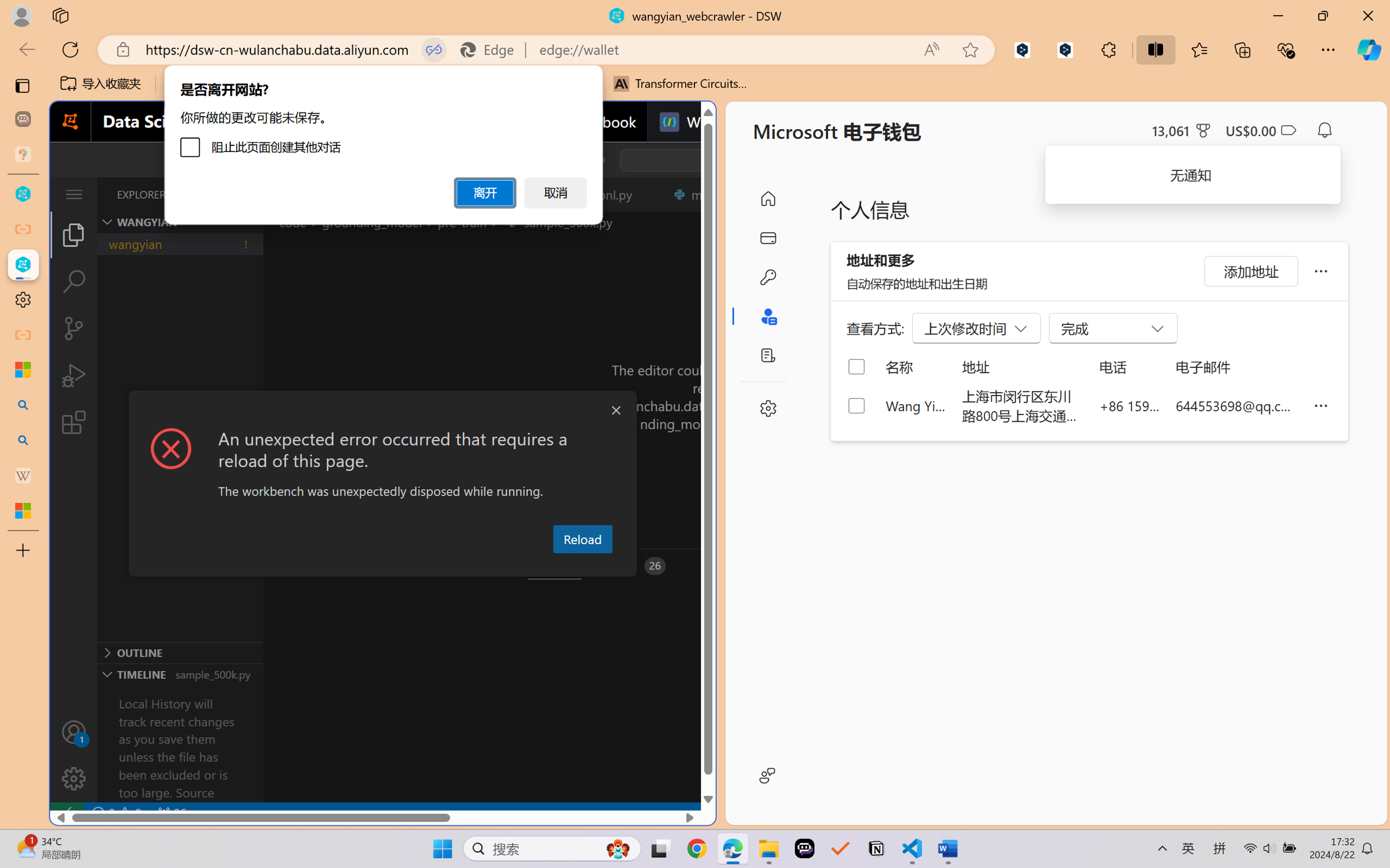  I want to click on 'Ports - 26 forwarded ports', so click(632, 566).